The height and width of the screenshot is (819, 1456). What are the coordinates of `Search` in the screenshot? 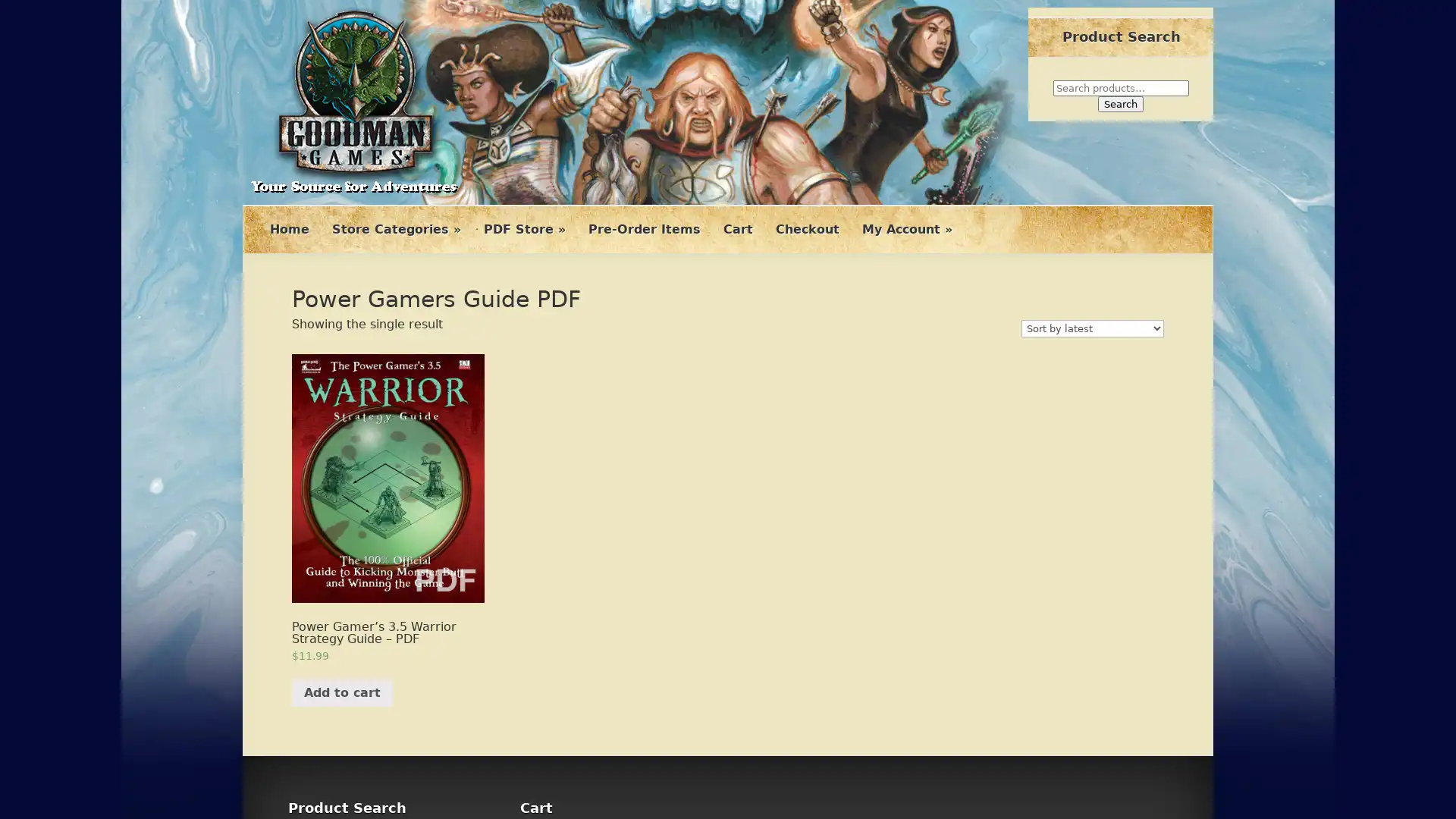 It's located at (1121, 103).